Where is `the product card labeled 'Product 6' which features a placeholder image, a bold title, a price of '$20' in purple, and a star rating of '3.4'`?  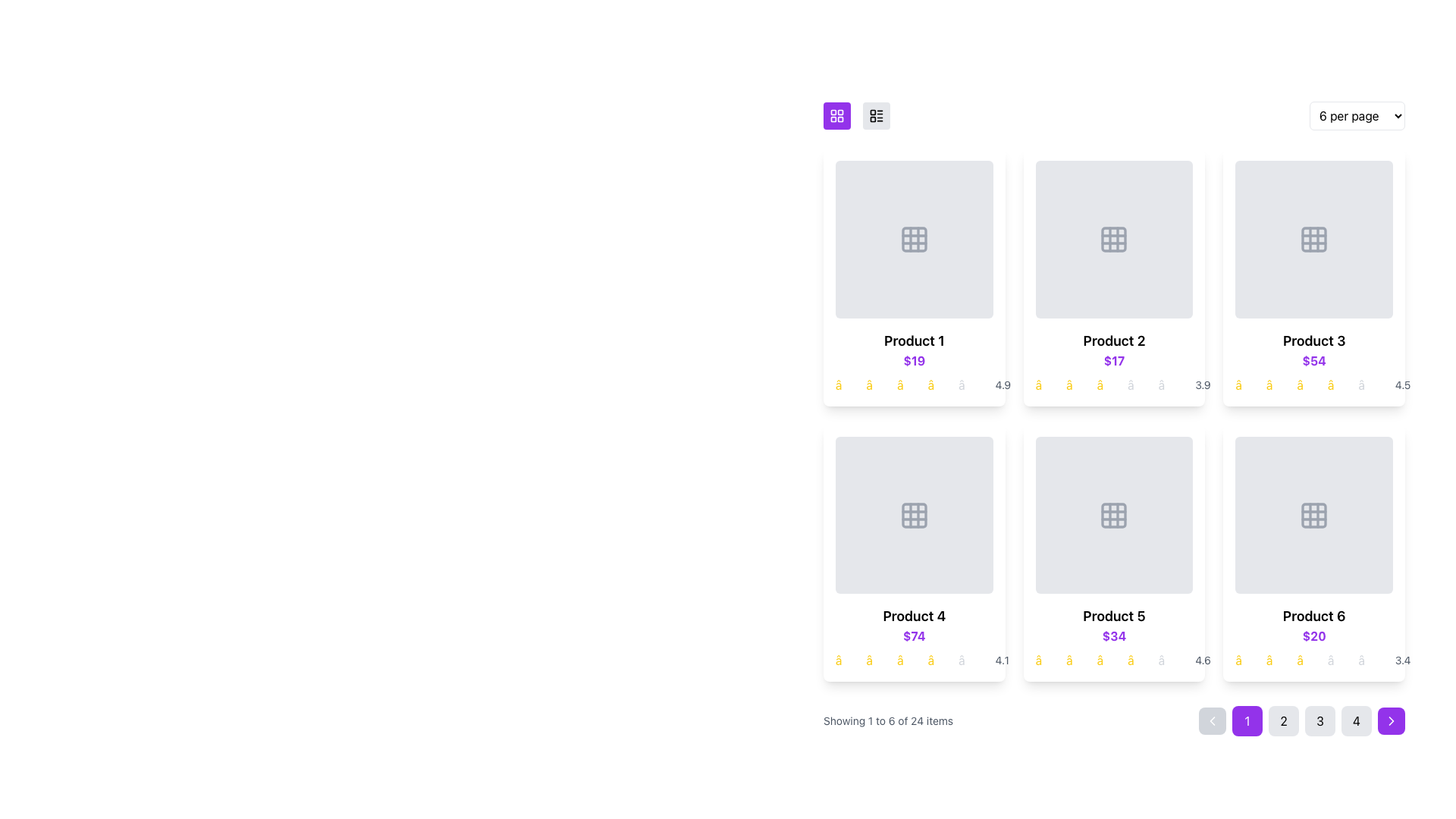
the product card labeled 'Product 6' which features a placeholder image, a bold title, a price of '$20' in purple, and a star rating of '3.4' is located at coordinates (1313, 553).